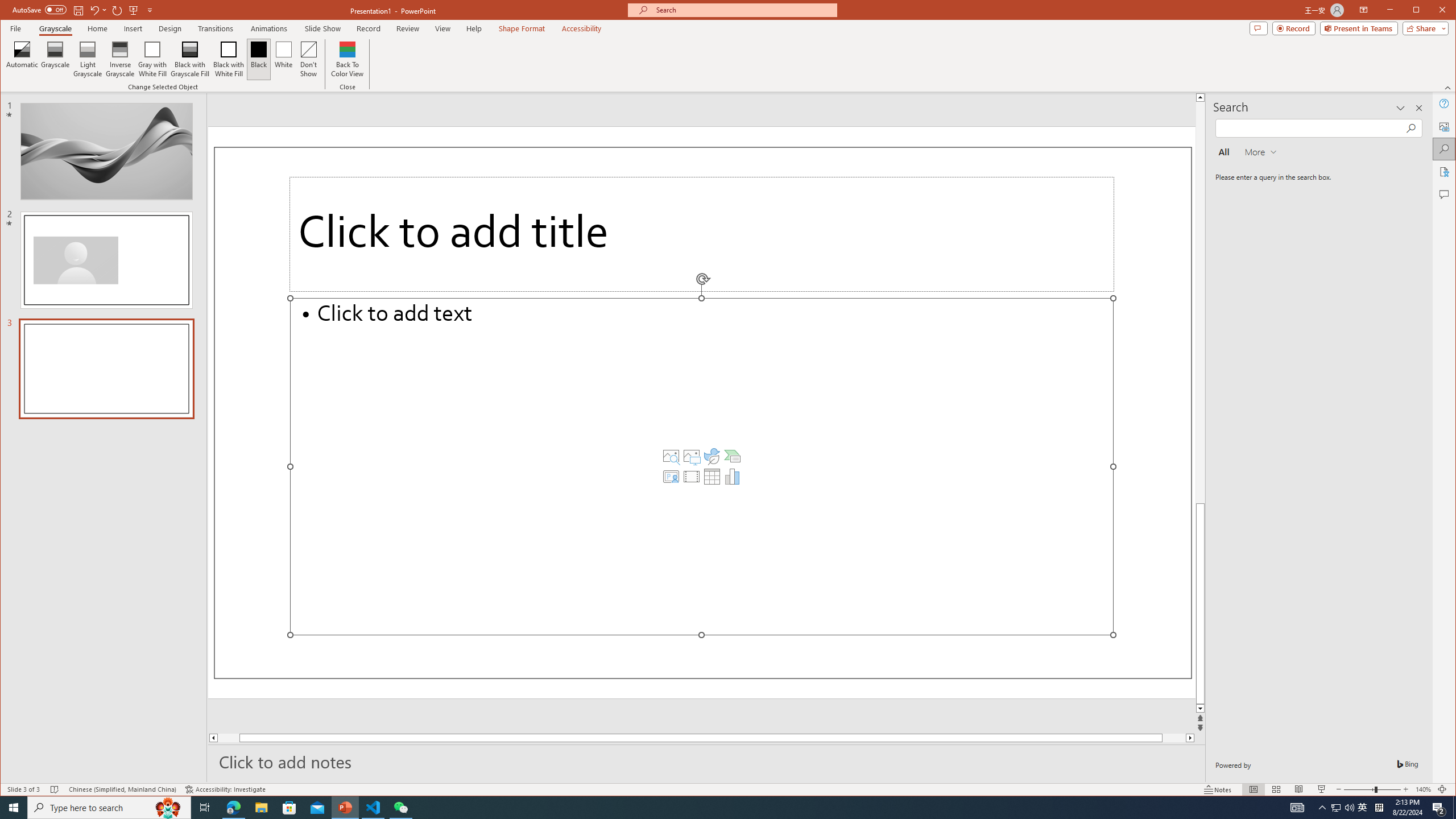  I want to click on 'WeChat - 1 running window', so click(401, 806).